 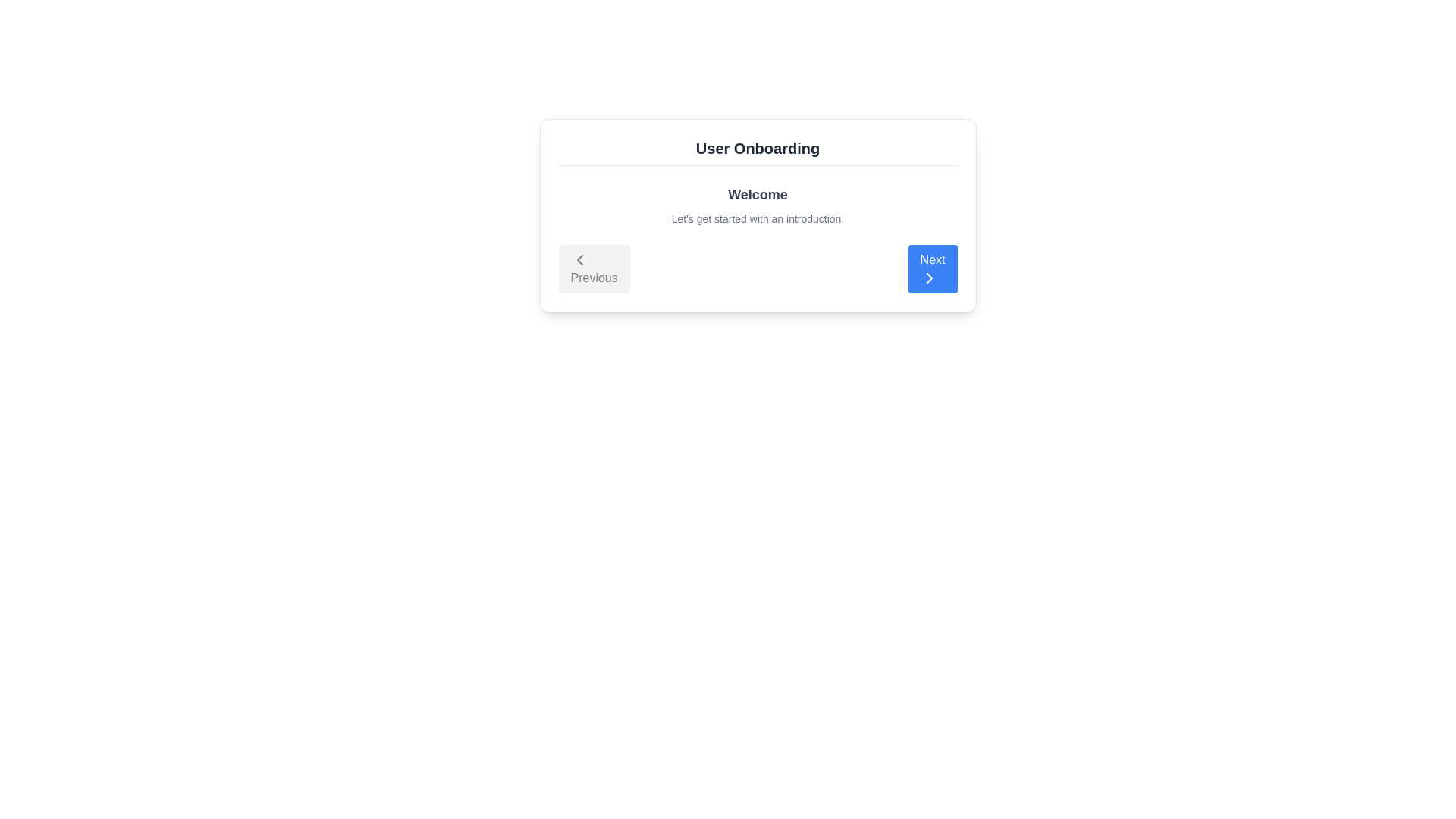 What do you see at coordinates (928, 278) in the screenshot?
I see `the chevron icon inside the 'Next' button` at bounding box center [928, 278].